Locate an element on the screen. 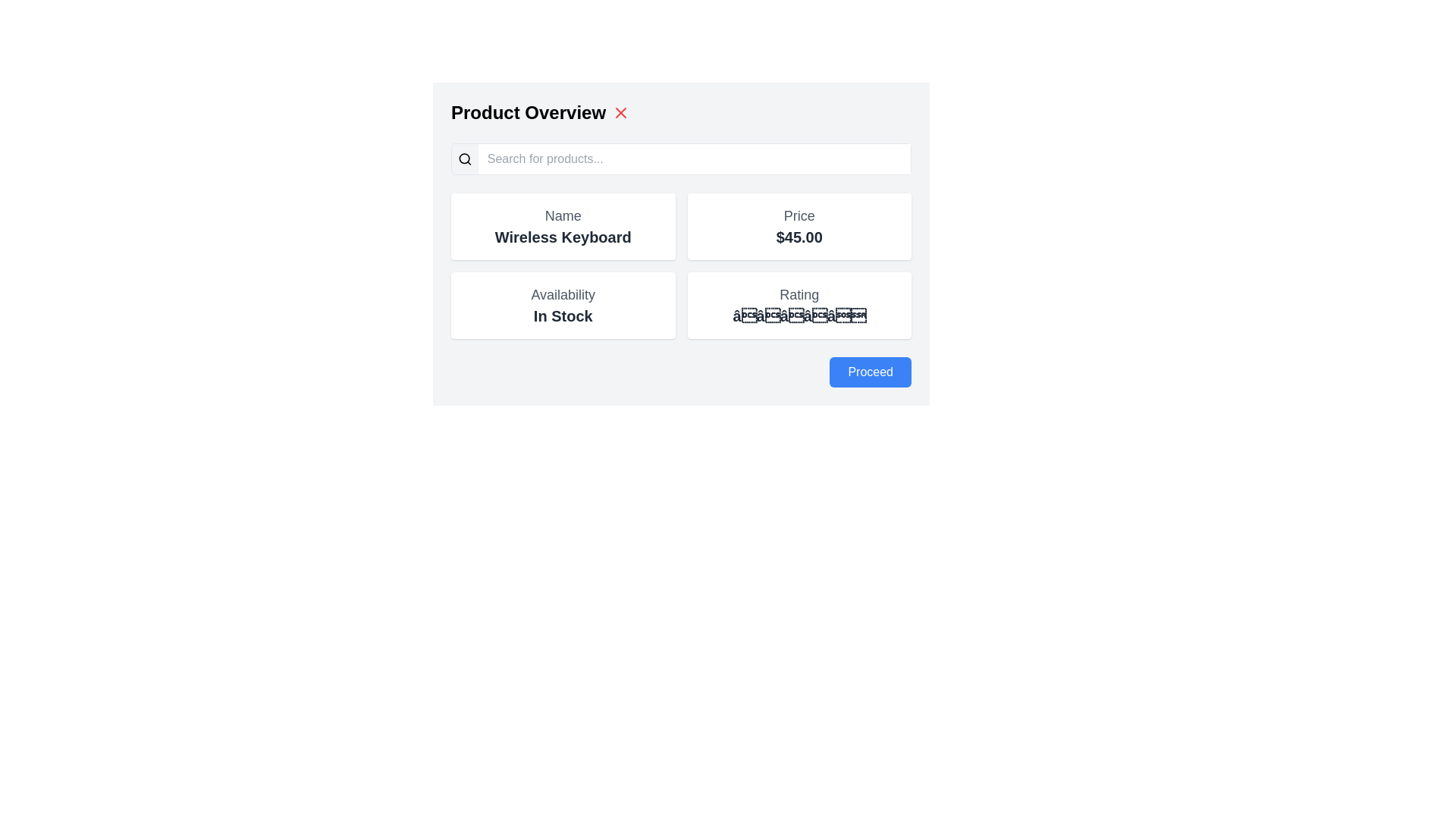  displayed rating from the 'Rating' element, which shows four filled stars and one outlined star, located in the bottom row under the 'Price' card is located at coordinates (799, 305).